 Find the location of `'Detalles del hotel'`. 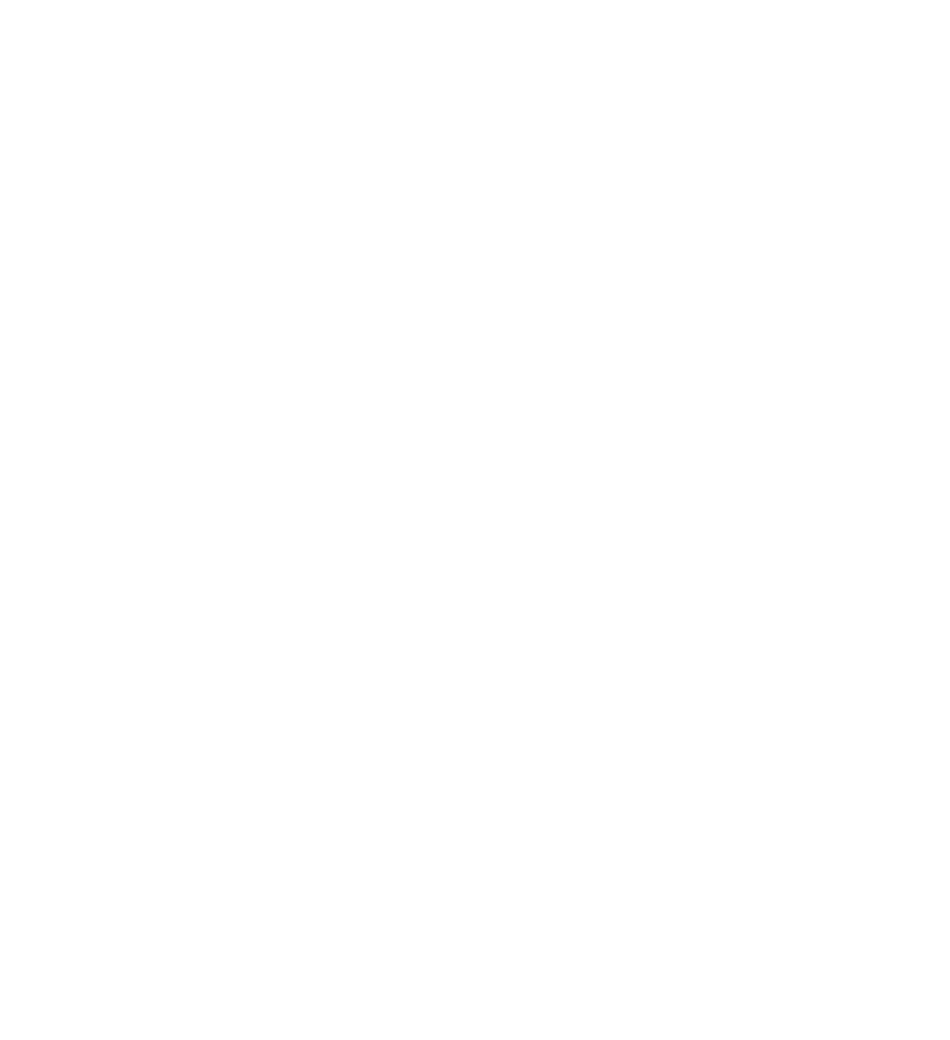

'Detalles del hotel' is located at coordinates (193, 864).